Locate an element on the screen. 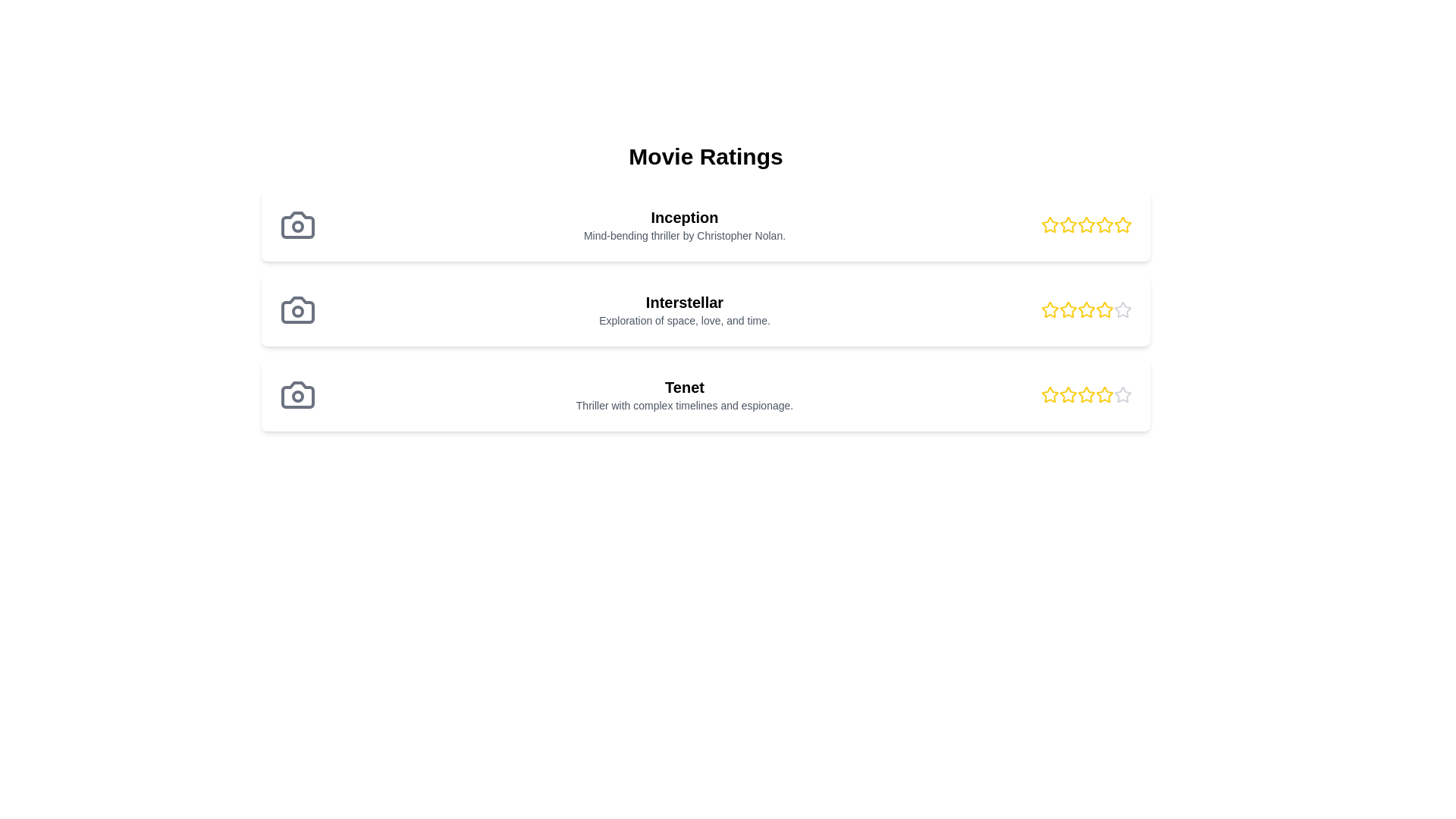  the third star icon in the five-star rating component to rate the movie 'Interstellar' is located at coordinates (1068, 309).